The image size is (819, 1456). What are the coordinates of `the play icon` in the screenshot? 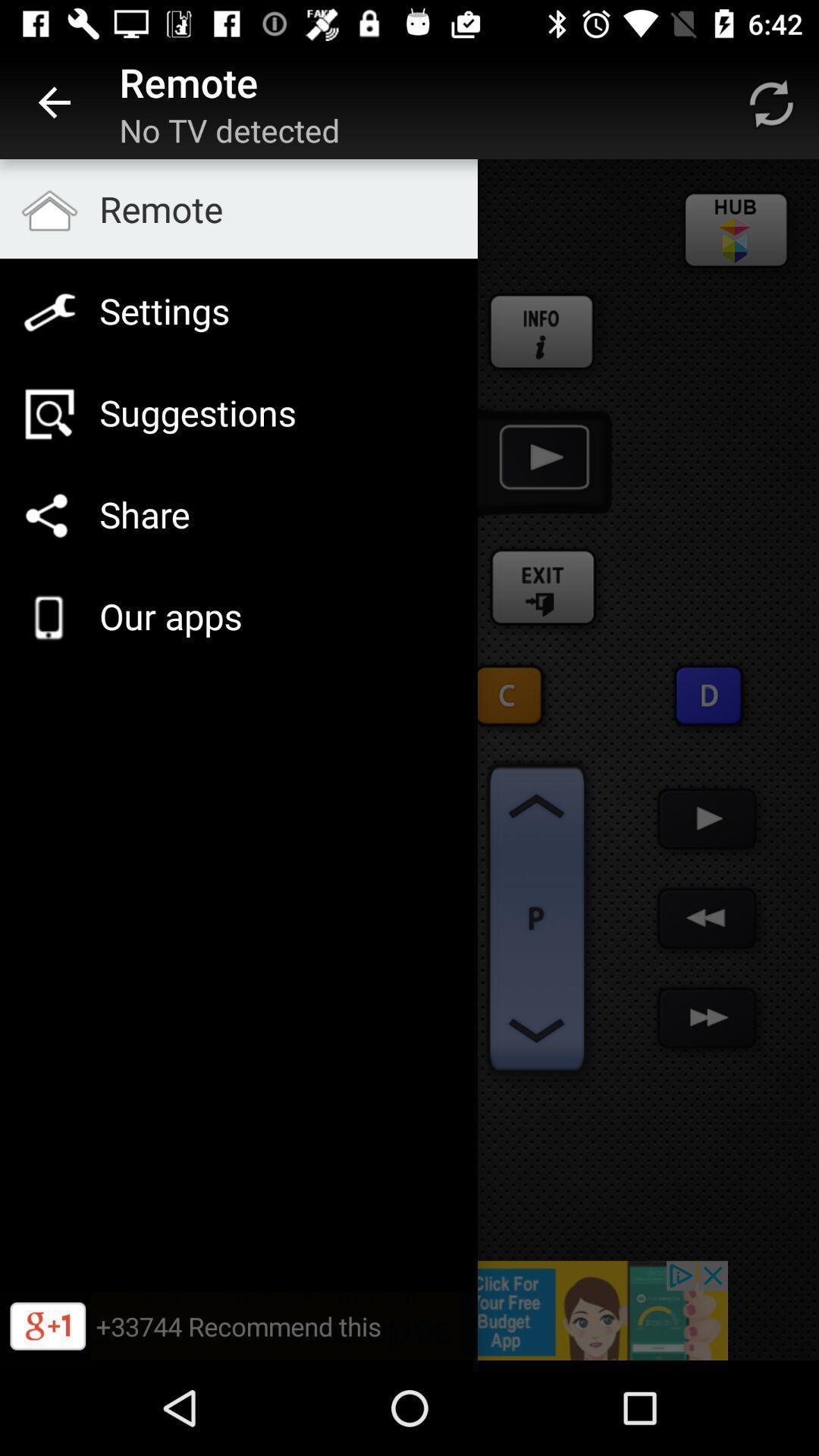 It's located at (708, 818).